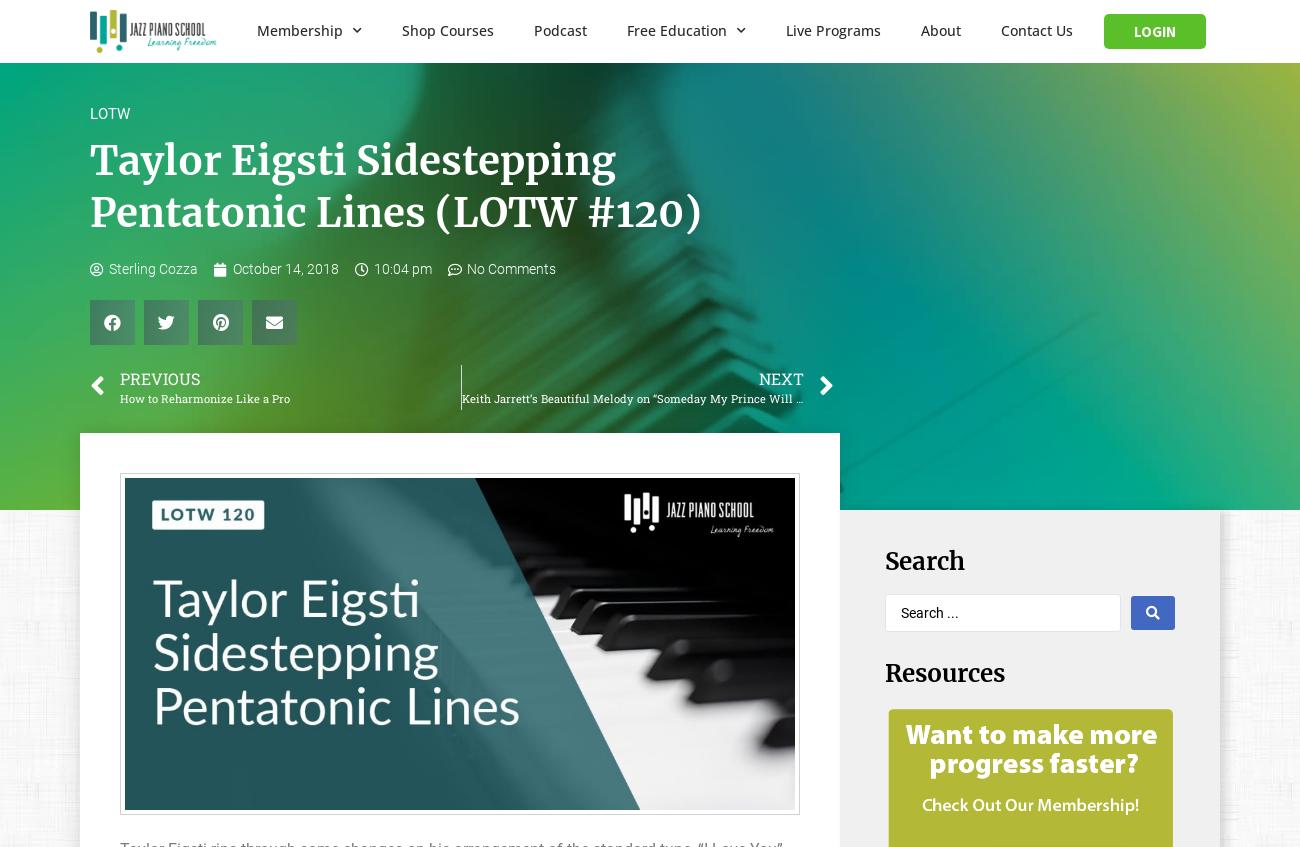 The height and width of the screenshot is (847, 1300). What do you see at coordinates (833, 29) in the screenshot?
I see `'Live Programs'` at bounding box center [833, 29].